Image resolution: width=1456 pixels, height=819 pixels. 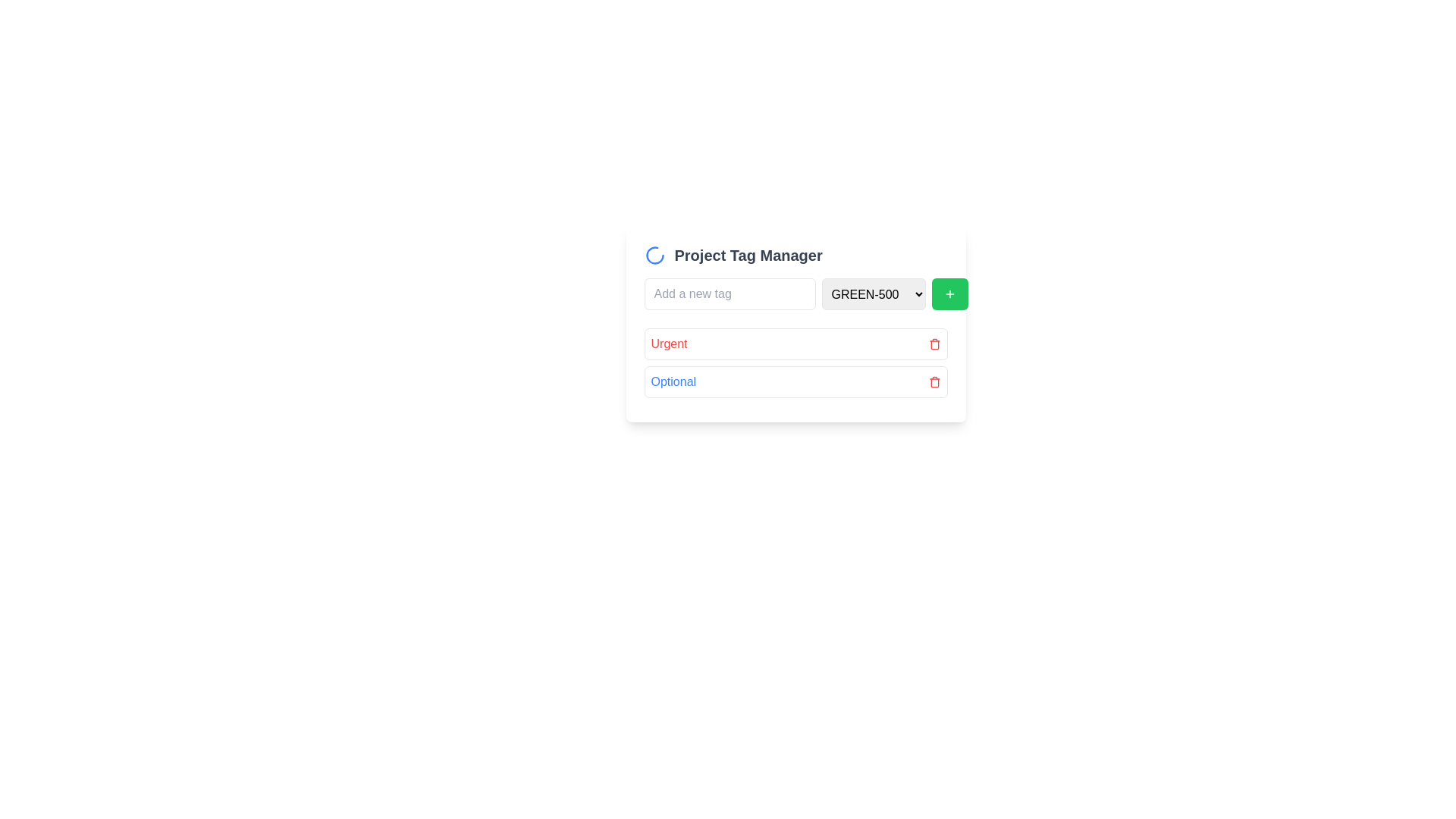 What do you see at coordinates (673, 381) in the screenshot?
I see `the 'Optional' text label element, which is displayed in a medium-sized blue font and is situated just below the 'Urgent' text and to the left of a red delete icon` at bounding box center [673, 381].